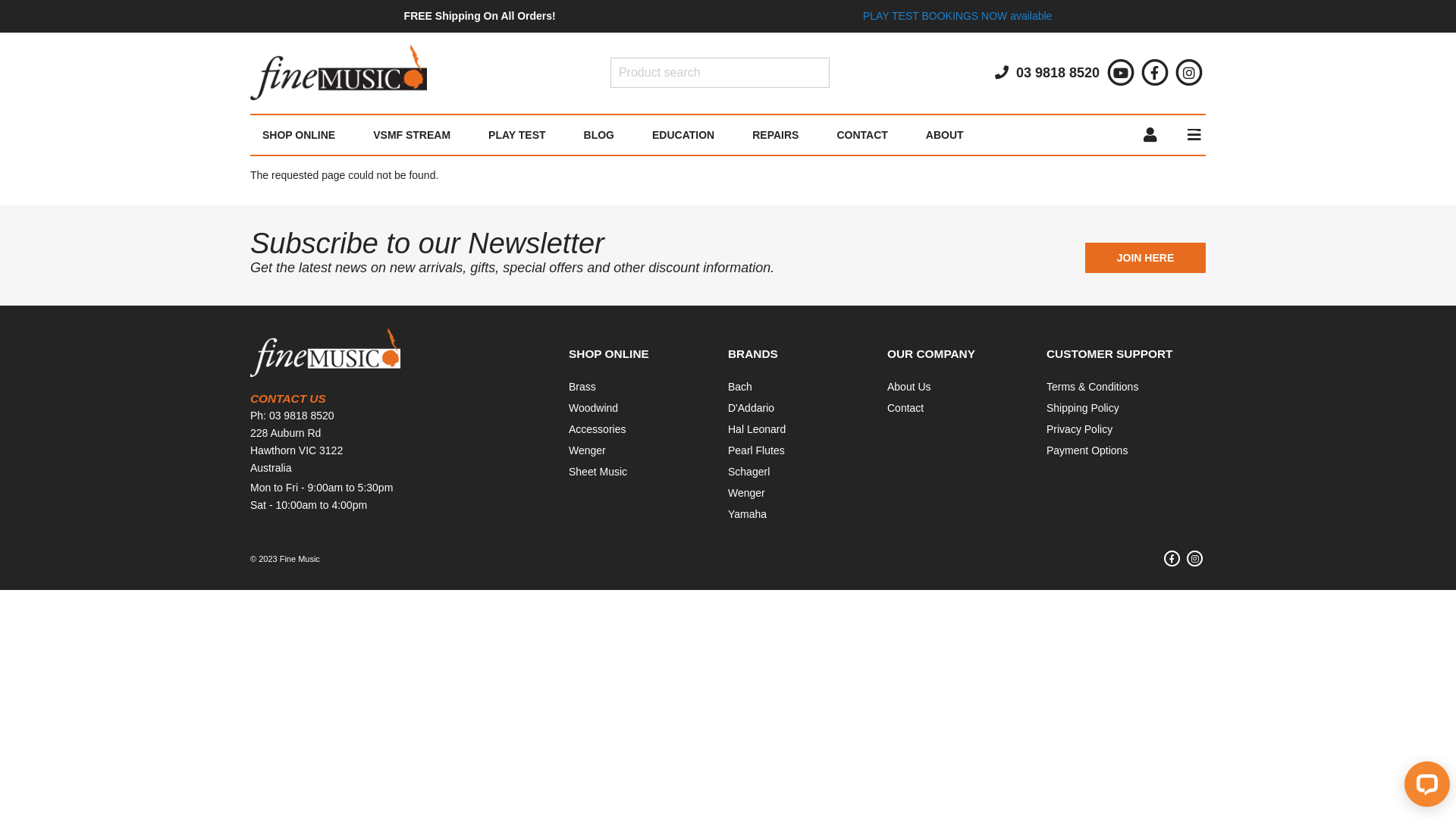 The height and width of the screenshot is (819, 1456). I want to click on 'Shipping Policy', so click(1082, 406).